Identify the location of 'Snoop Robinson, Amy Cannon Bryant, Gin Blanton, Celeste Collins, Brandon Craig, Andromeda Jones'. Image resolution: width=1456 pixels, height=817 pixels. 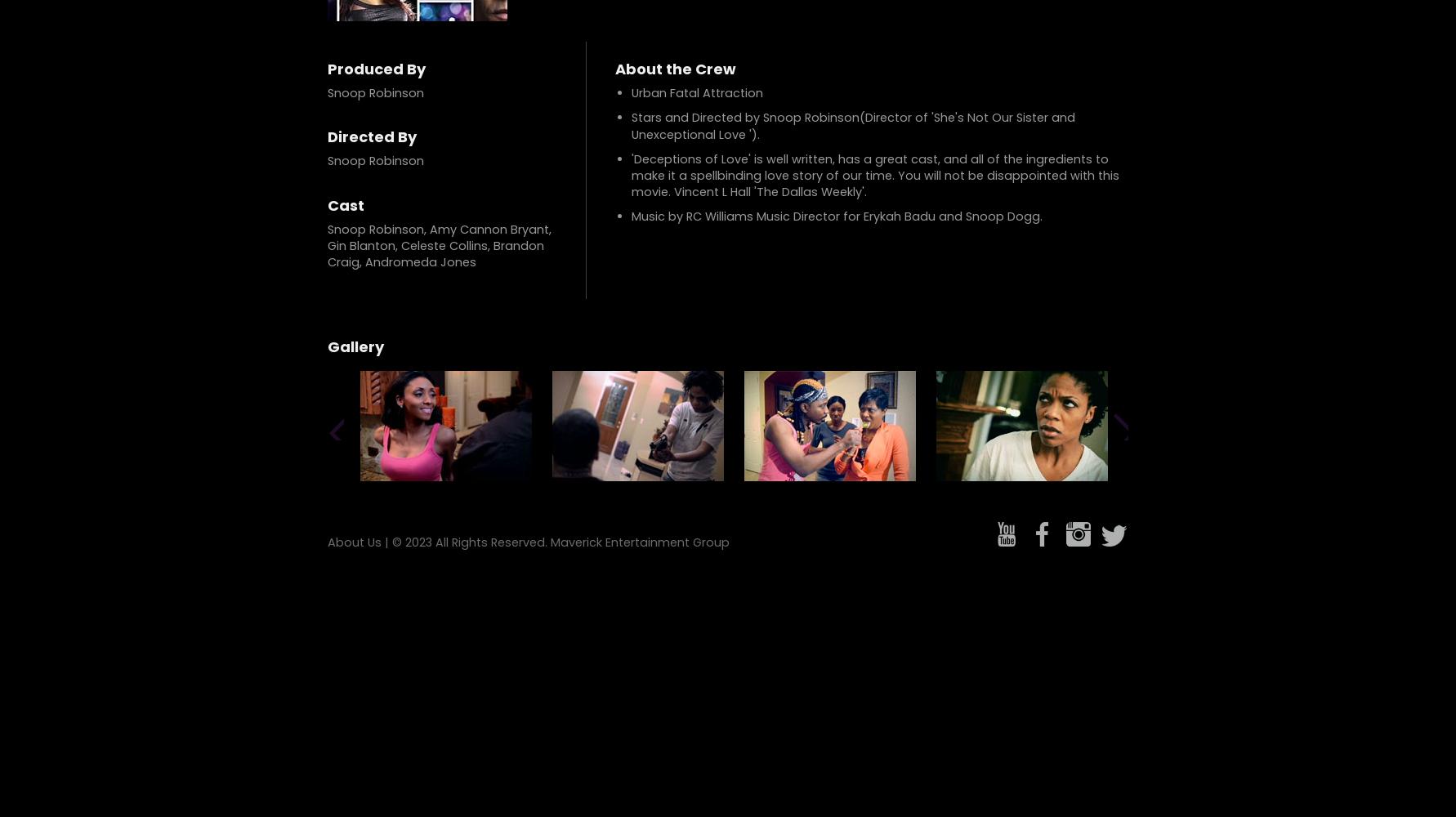
(327, 245).